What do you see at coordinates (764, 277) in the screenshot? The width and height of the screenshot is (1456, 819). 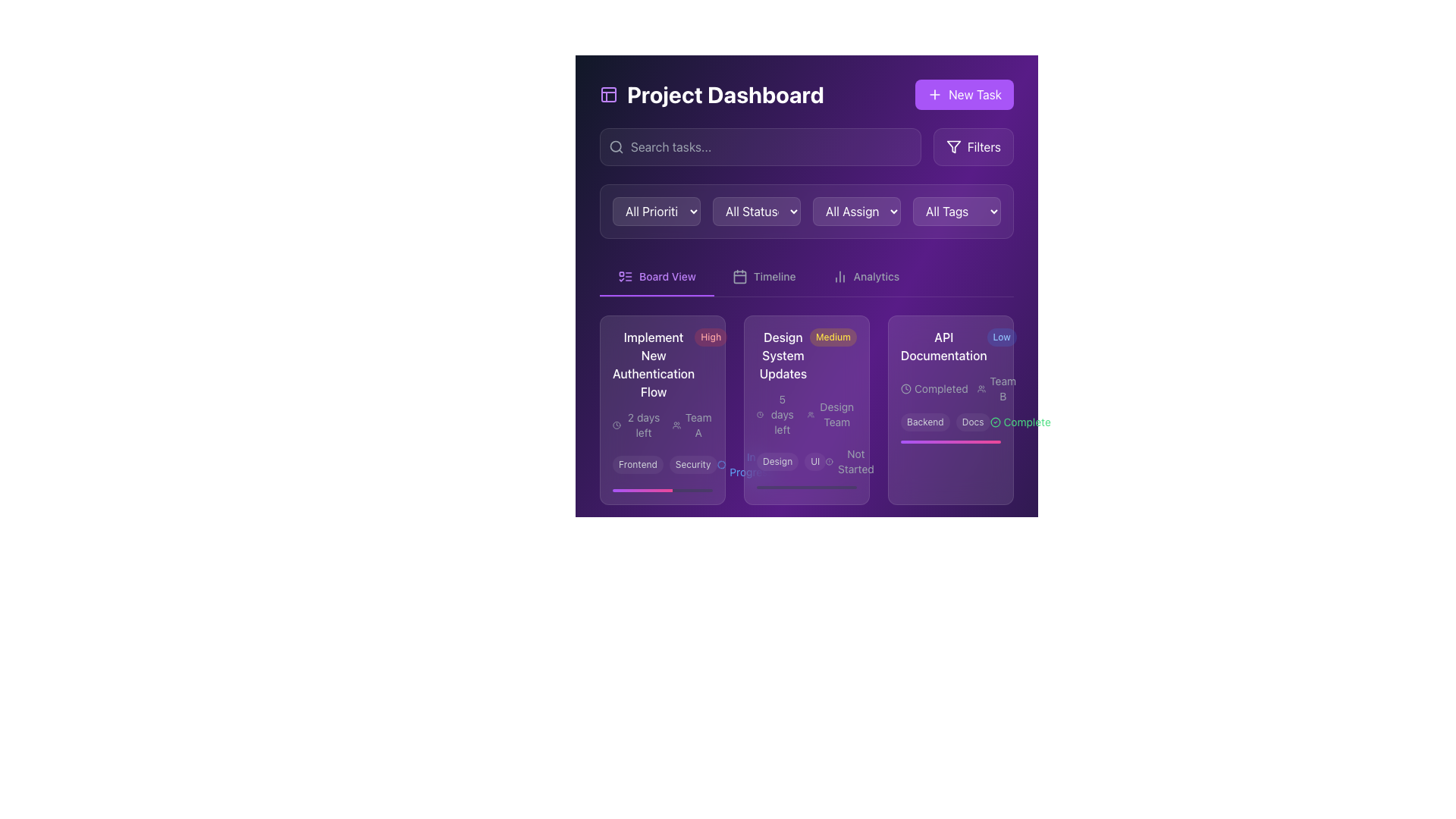 I see `the Navigation Button with the calendar icon and the text 'Timeline', located in the navigation bar between 'Board View' and 'Analytics'` at bounding box center [764, 277].